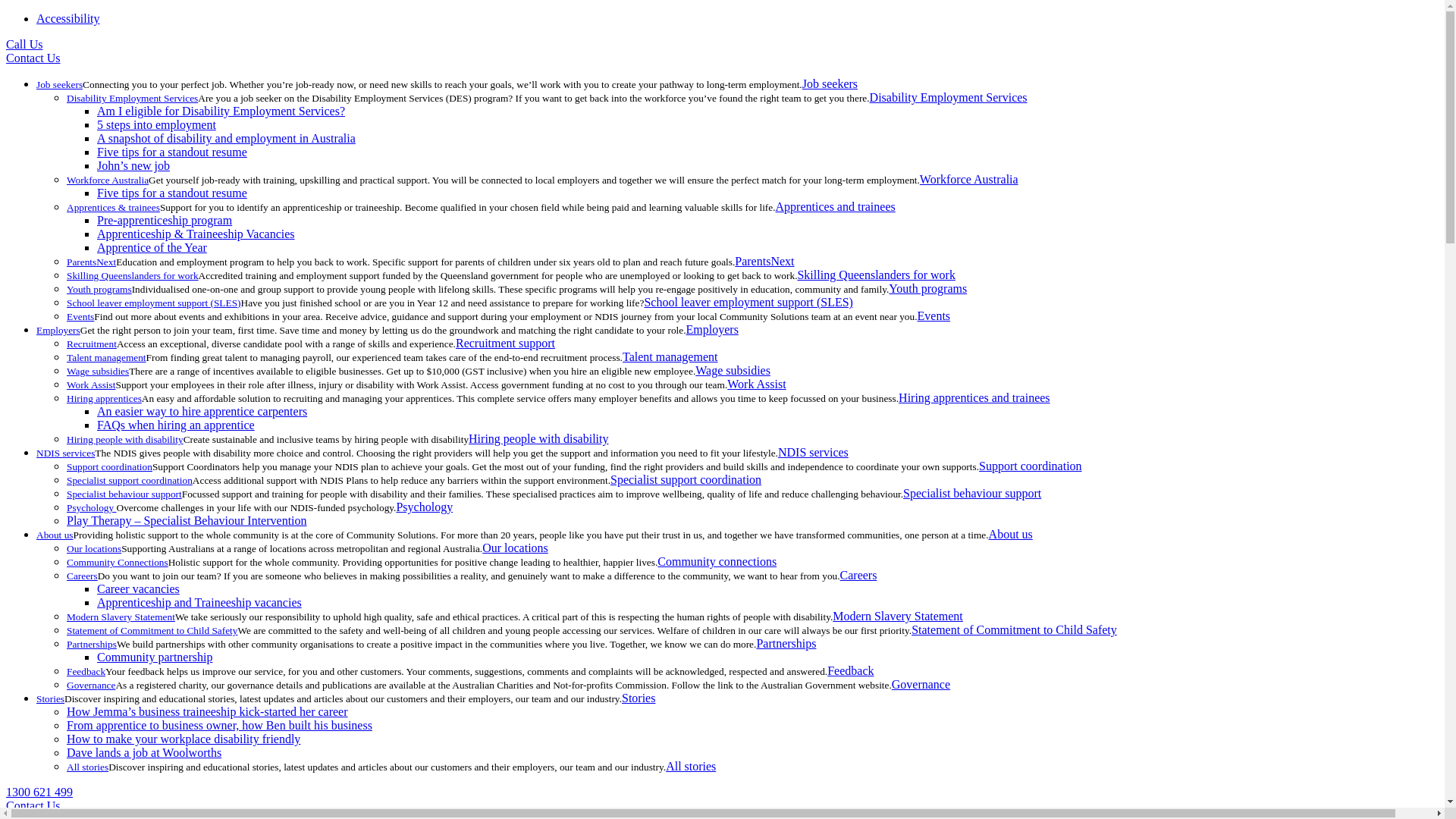 The image size is (1456, 819). I want to click on 'Work Assist', so click(726, 383).